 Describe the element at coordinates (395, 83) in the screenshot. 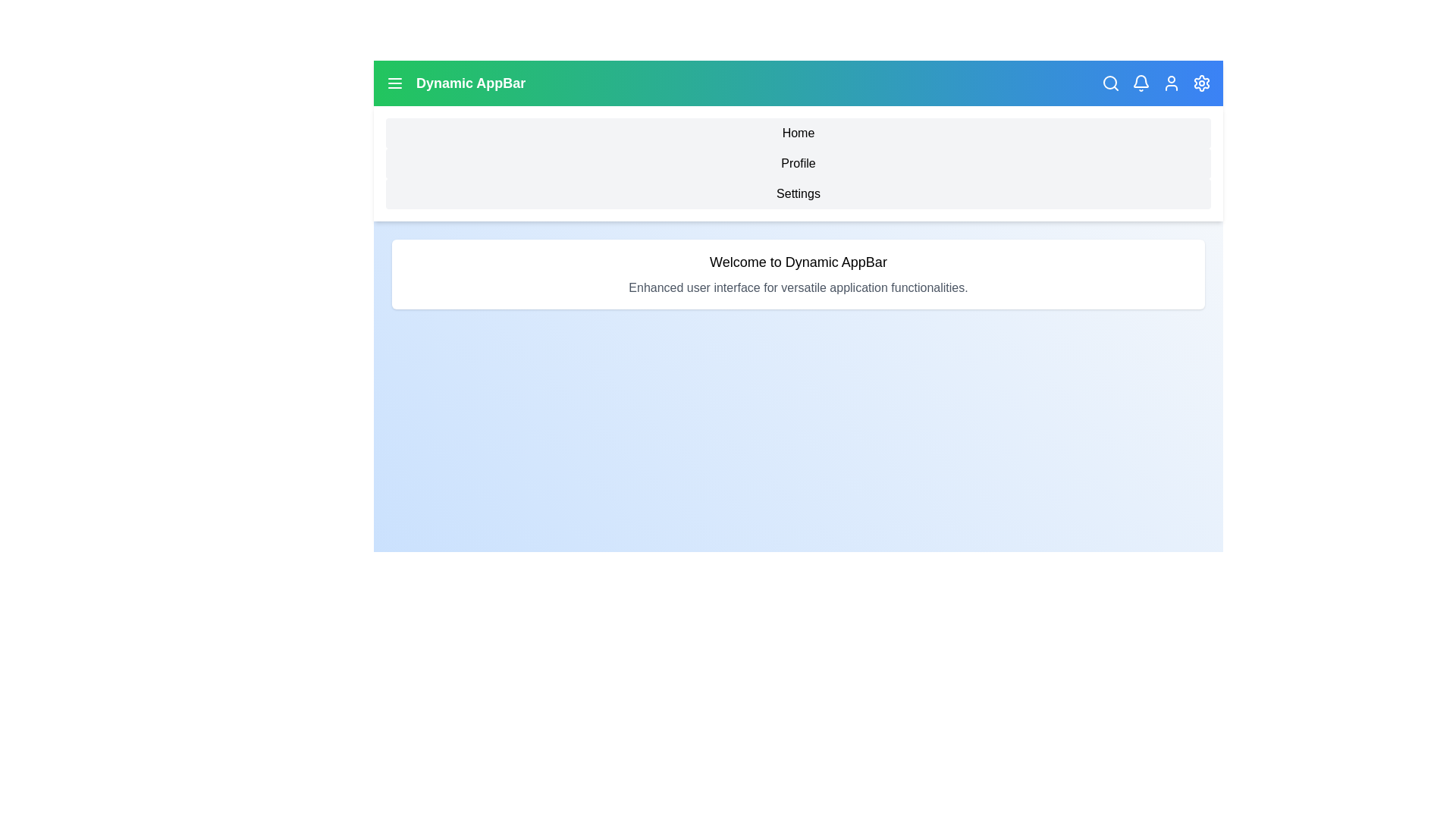

I see `the menu icon to toggle the sidebar menu visibility` at that location.